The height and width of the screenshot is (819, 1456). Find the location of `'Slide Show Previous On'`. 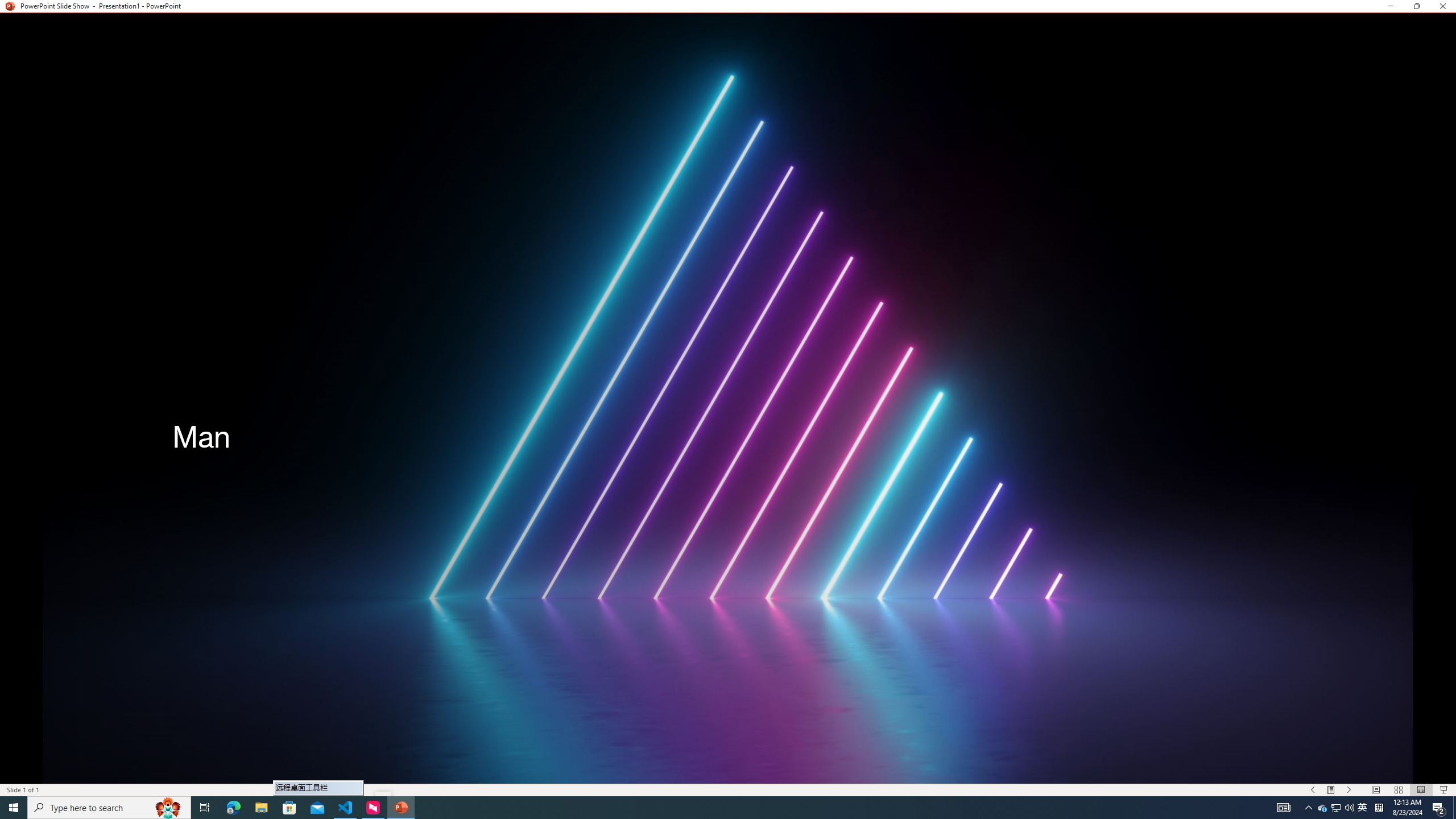

'Slide Show Previous On' is located at coordinates (1313, 790).